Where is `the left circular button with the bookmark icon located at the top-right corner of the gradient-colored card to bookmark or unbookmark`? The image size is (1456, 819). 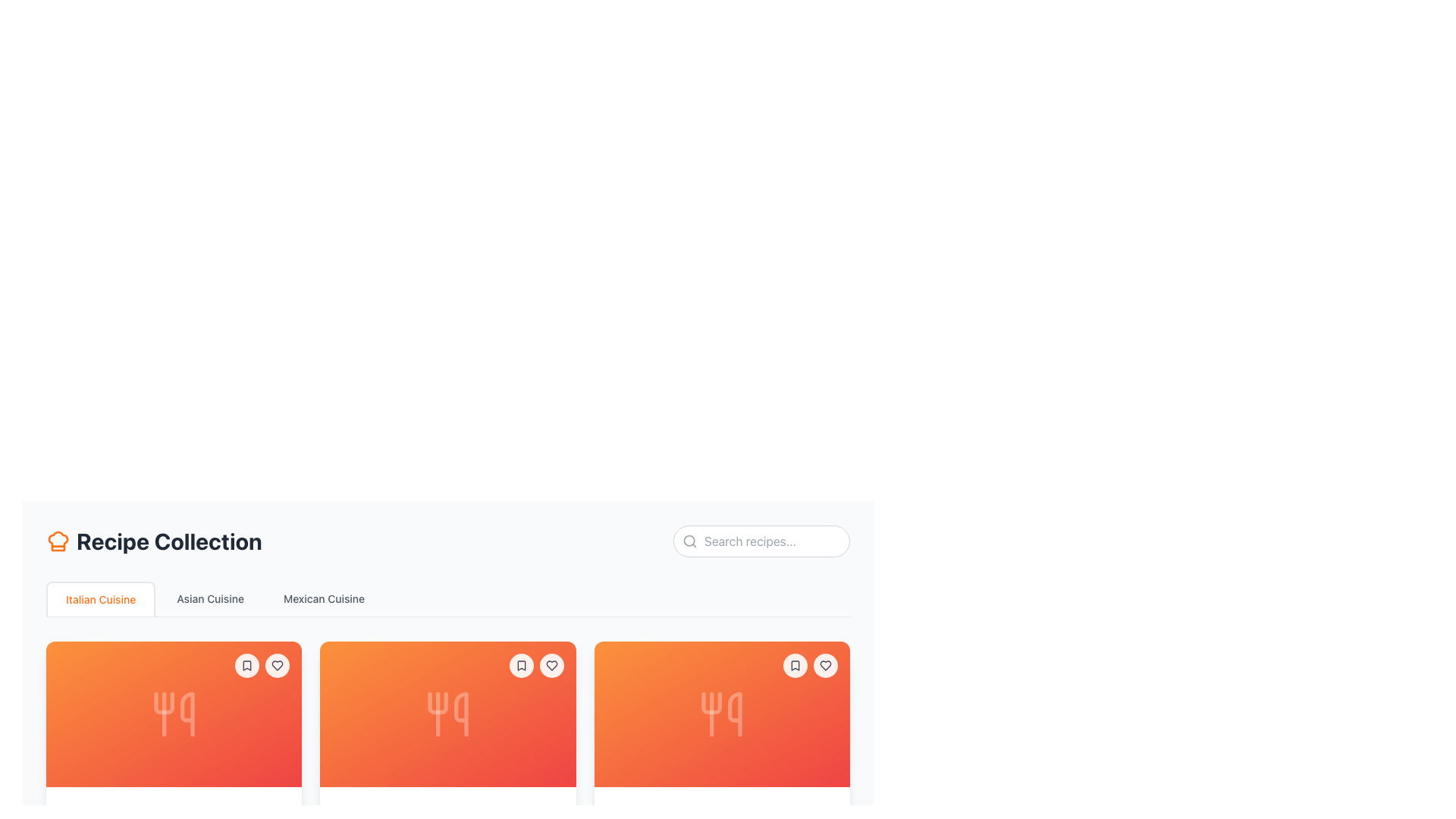 the left circular button with the bookmark icon located at the top-right corner of the gradient-colored card to bookmark or unbookmark is located at coordinates (536, 665).